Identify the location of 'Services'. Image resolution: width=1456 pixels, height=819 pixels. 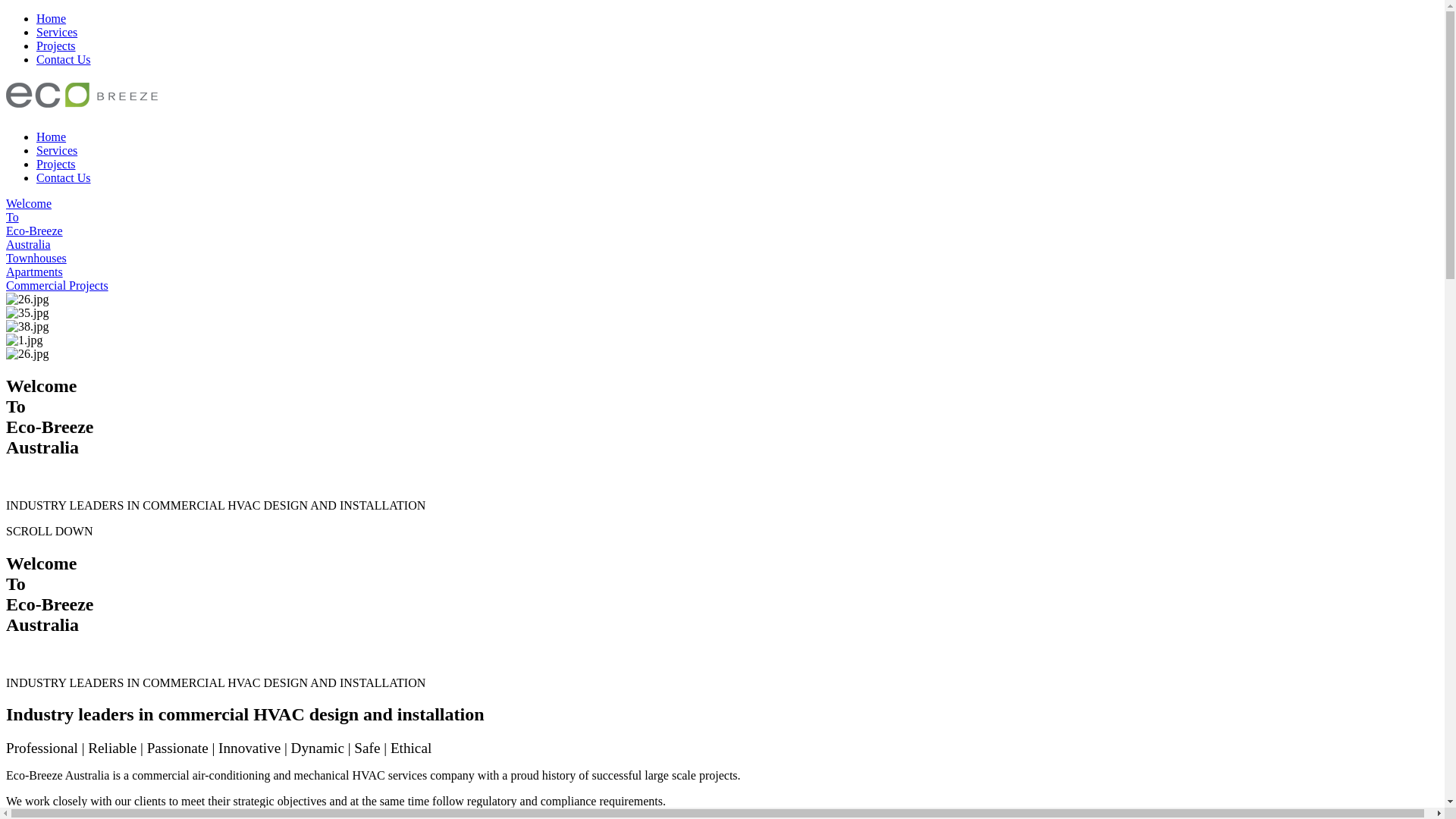
(36, 150).